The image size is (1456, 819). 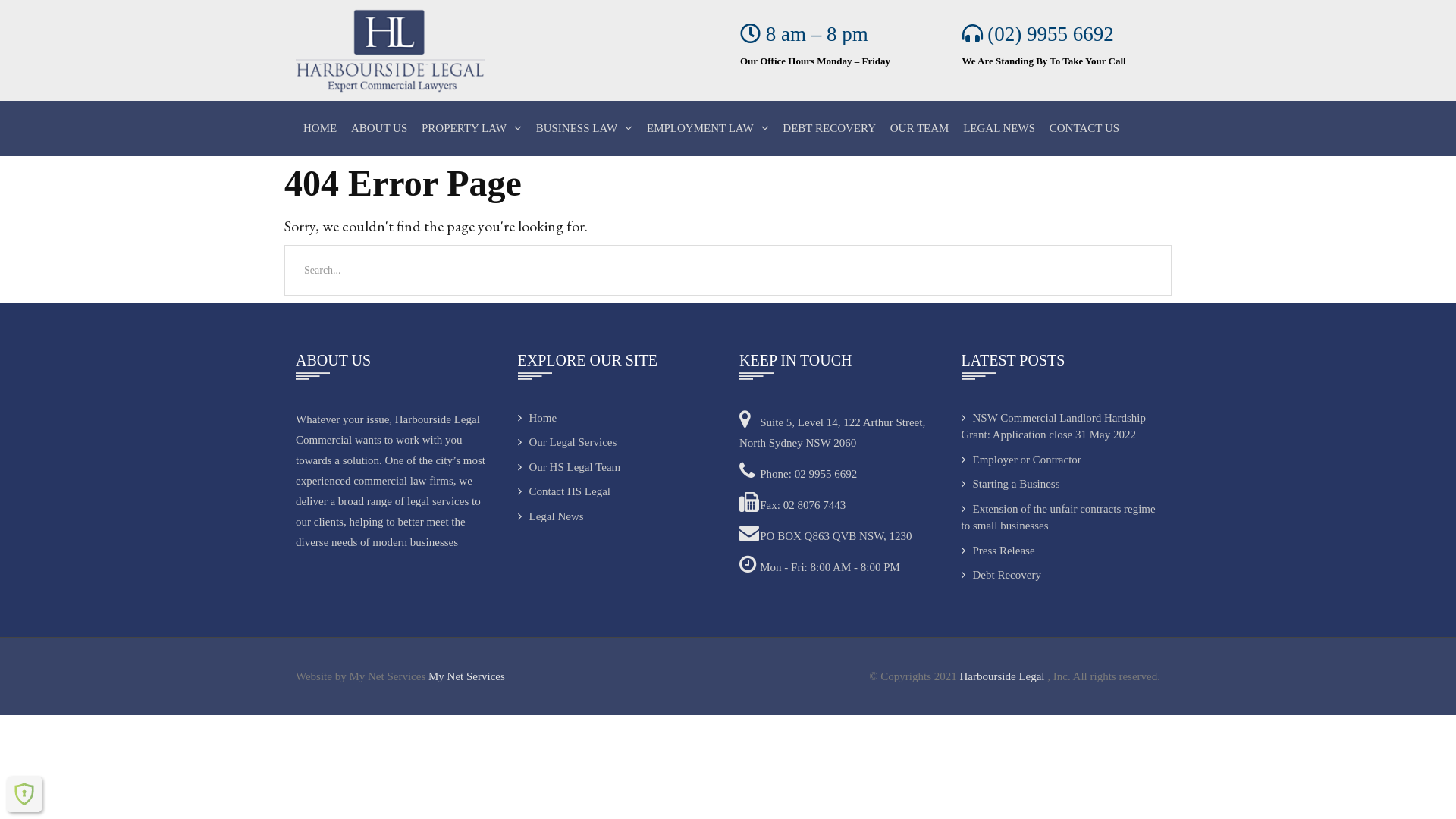 I want to click on 'Debt Recovery', so click(x=1001, y=575).